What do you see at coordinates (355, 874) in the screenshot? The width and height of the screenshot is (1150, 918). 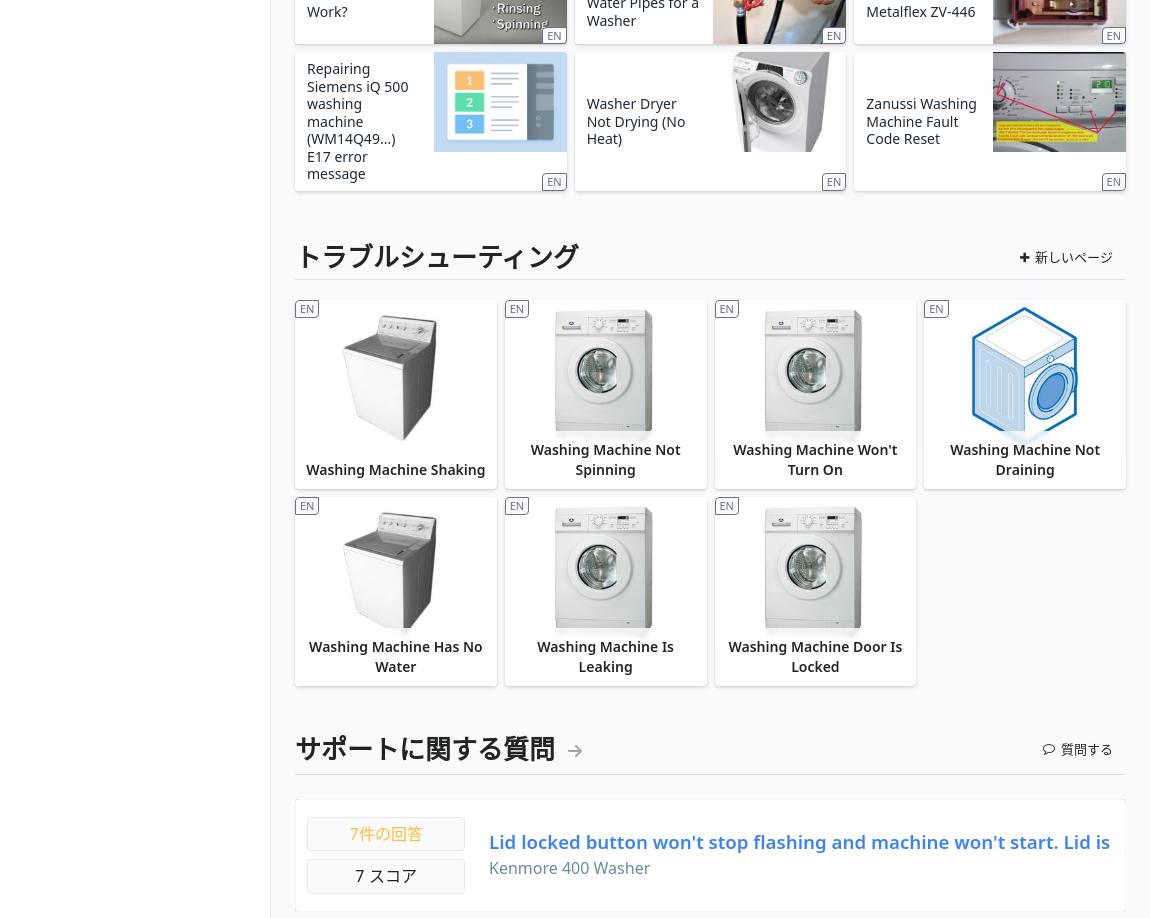 I see `'7 スコア'` at bounding box center [355, 874].